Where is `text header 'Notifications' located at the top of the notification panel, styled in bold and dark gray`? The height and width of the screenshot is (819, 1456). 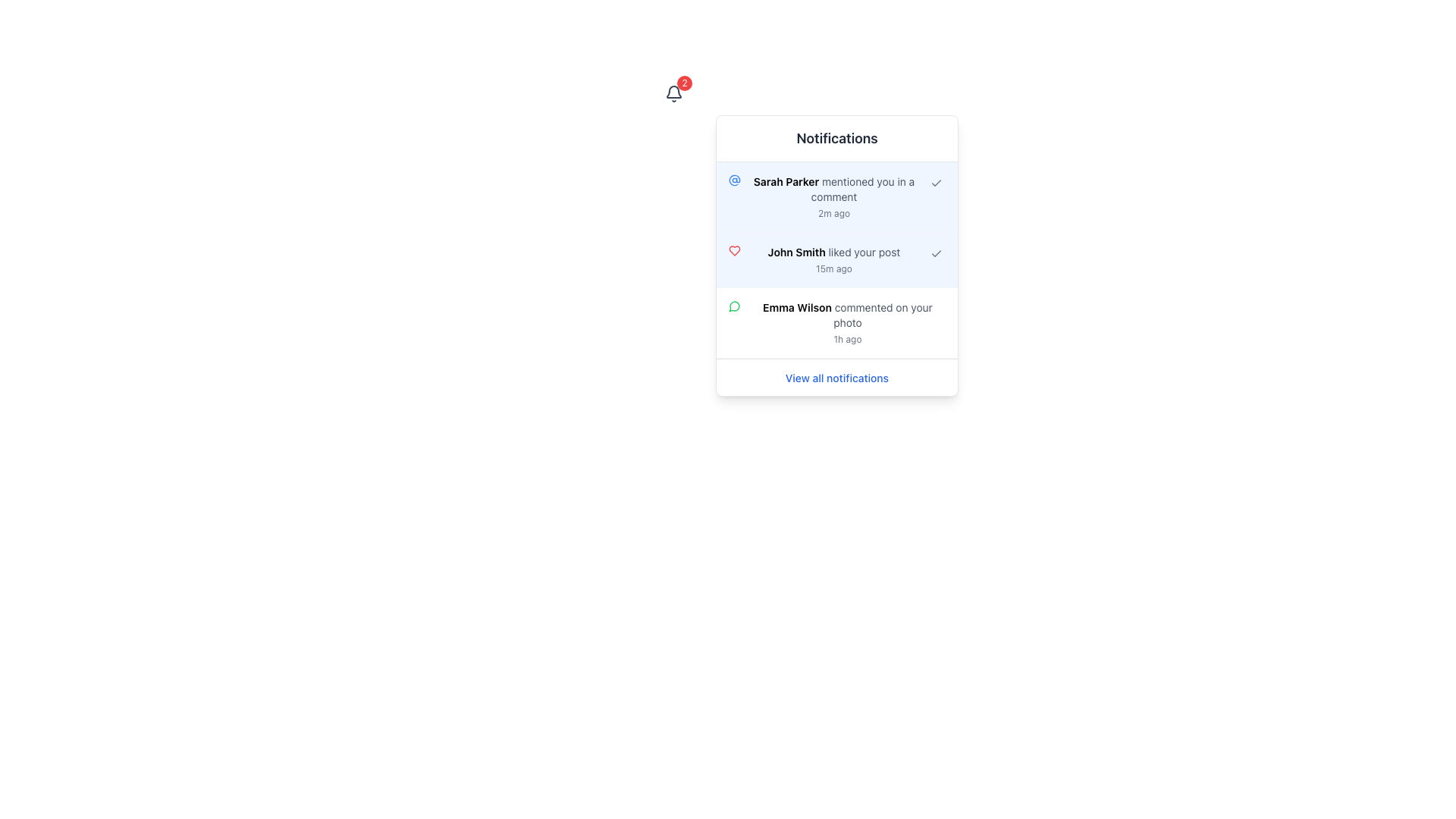 text header 'Notifications' located at the top of the notification panel, styled in bold and dark gray is located at coordinates (836, 139).